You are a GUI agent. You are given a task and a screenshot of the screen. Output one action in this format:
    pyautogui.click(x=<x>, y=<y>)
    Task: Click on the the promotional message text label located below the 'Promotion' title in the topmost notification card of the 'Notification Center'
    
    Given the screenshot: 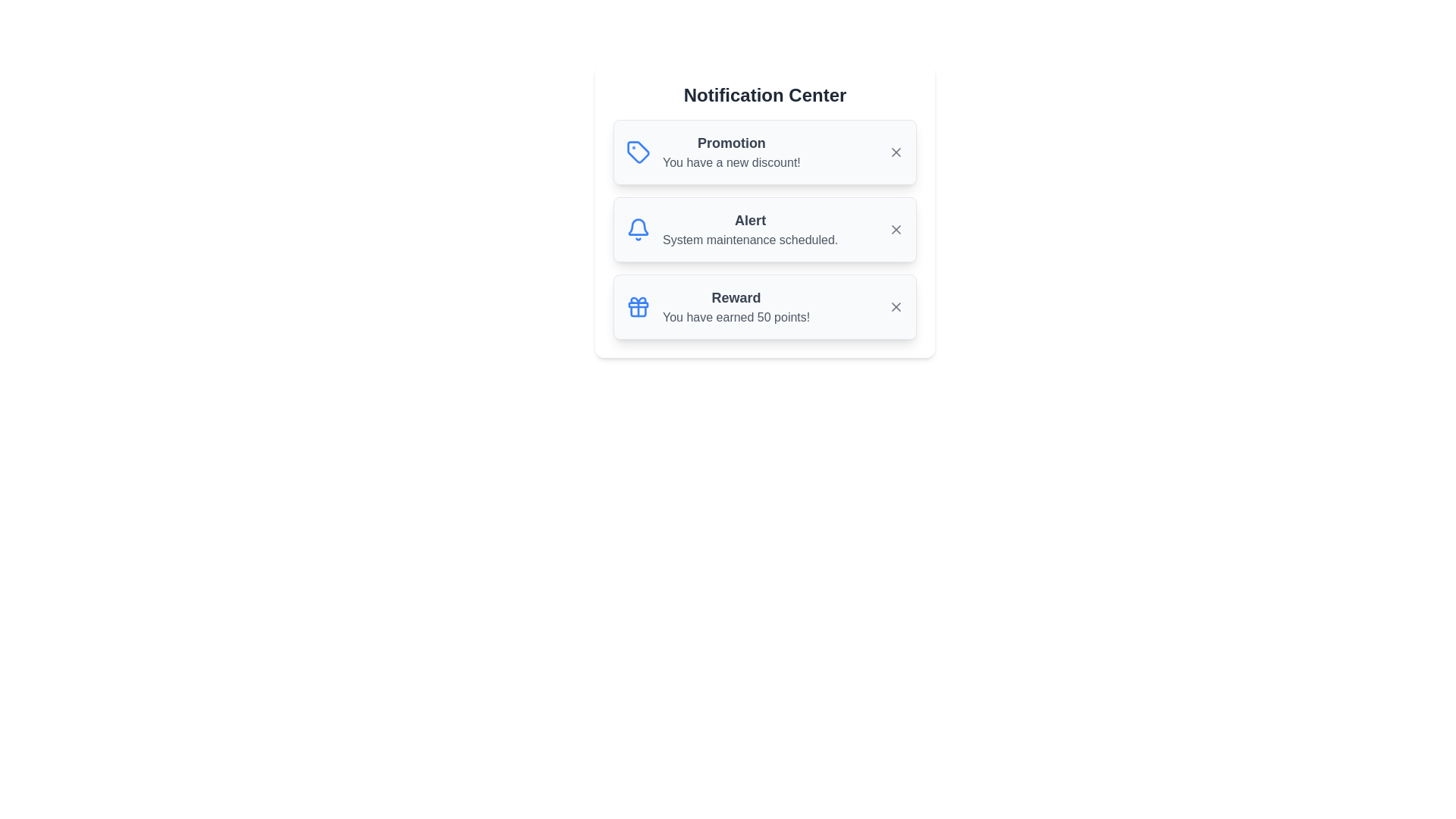 What is the action you would take?
    pyautogui.click(x=731, y=163)
    